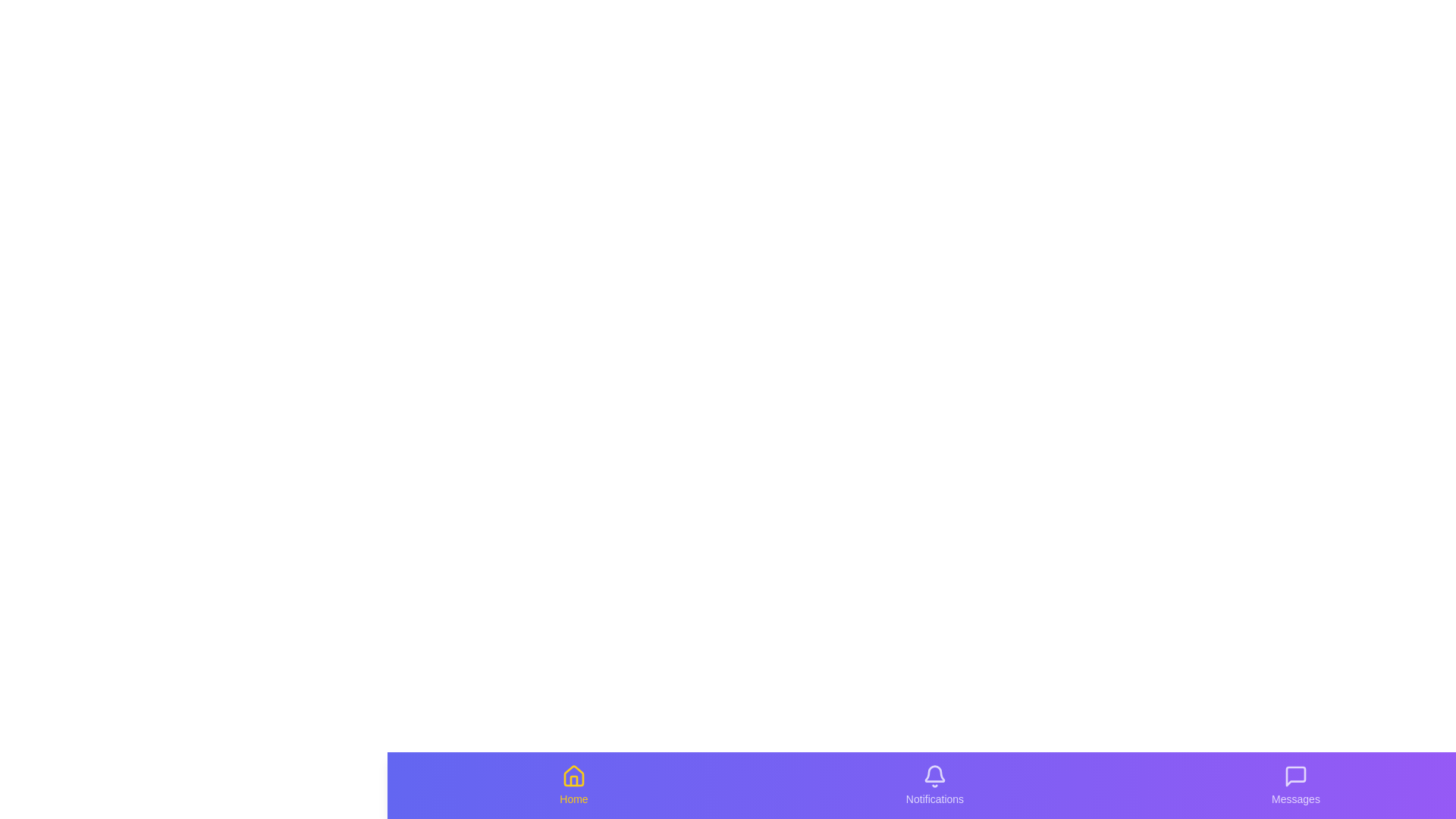 The width and height of the screenshot is (1456, 819). Describe the element at coordinates (934, 785) in the screenshot. I see `the Notifications icon to activate its functionality` at that location.